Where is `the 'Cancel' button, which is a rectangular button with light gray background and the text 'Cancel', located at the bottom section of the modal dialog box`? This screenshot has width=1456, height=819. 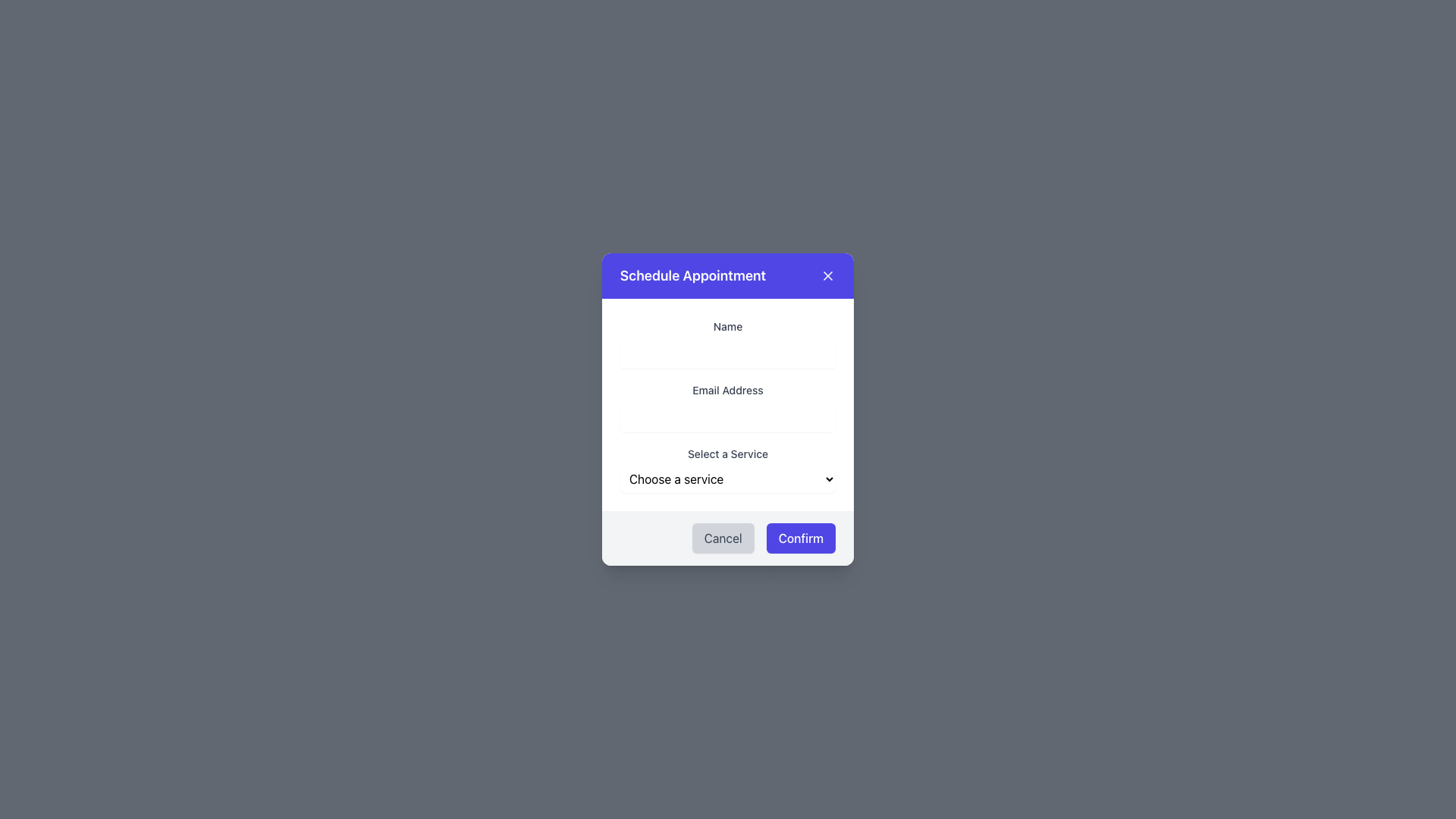
the 'Cancel' button, which is a rectangular button with light gray background and the text 'Cancel', located at the bottom section of the modal dialog box is located at coordinates (722, 537).